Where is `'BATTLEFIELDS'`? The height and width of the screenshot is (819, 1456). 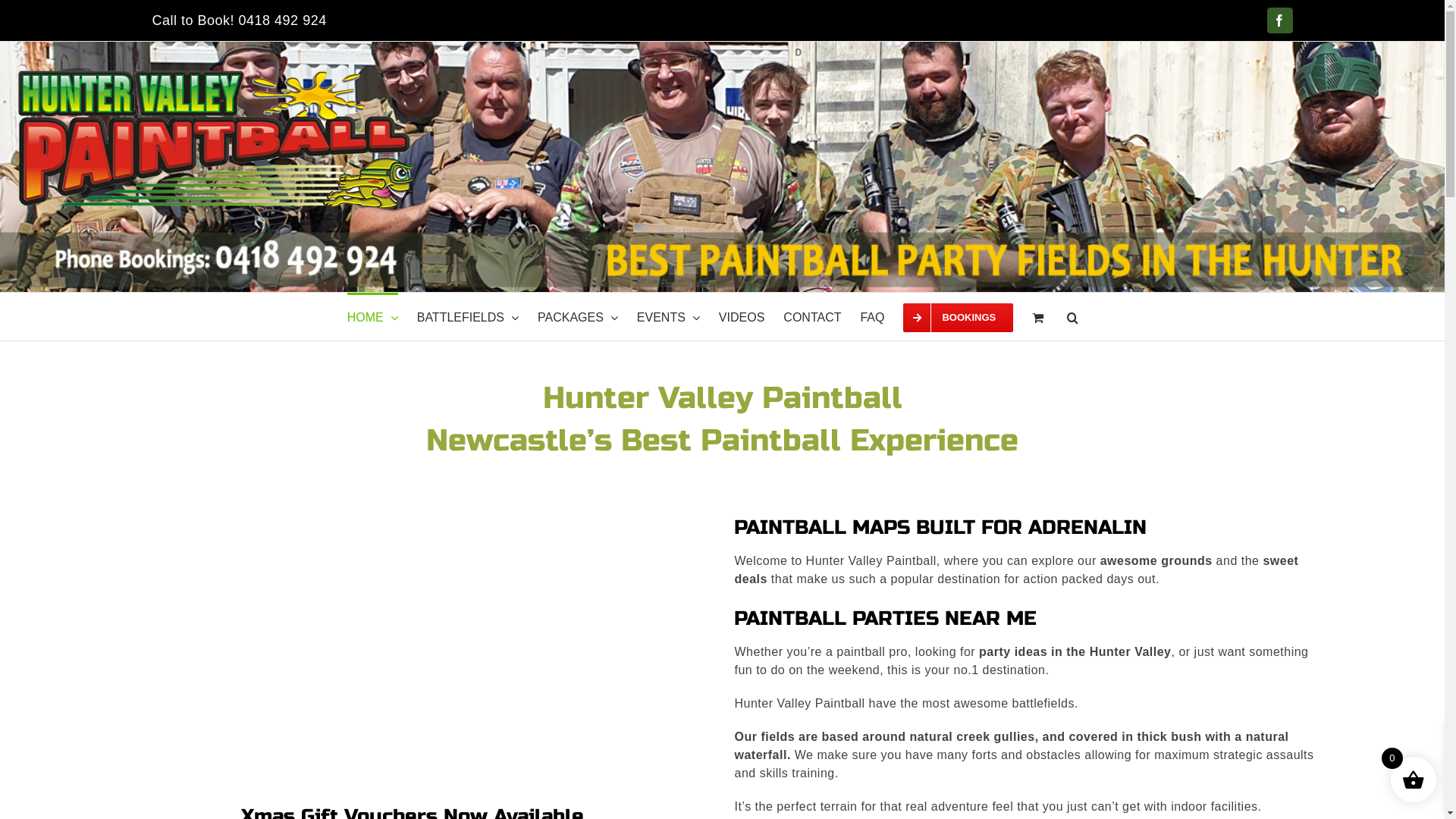
'BATTLEFIELDS' is located at coordinates (467, 315).